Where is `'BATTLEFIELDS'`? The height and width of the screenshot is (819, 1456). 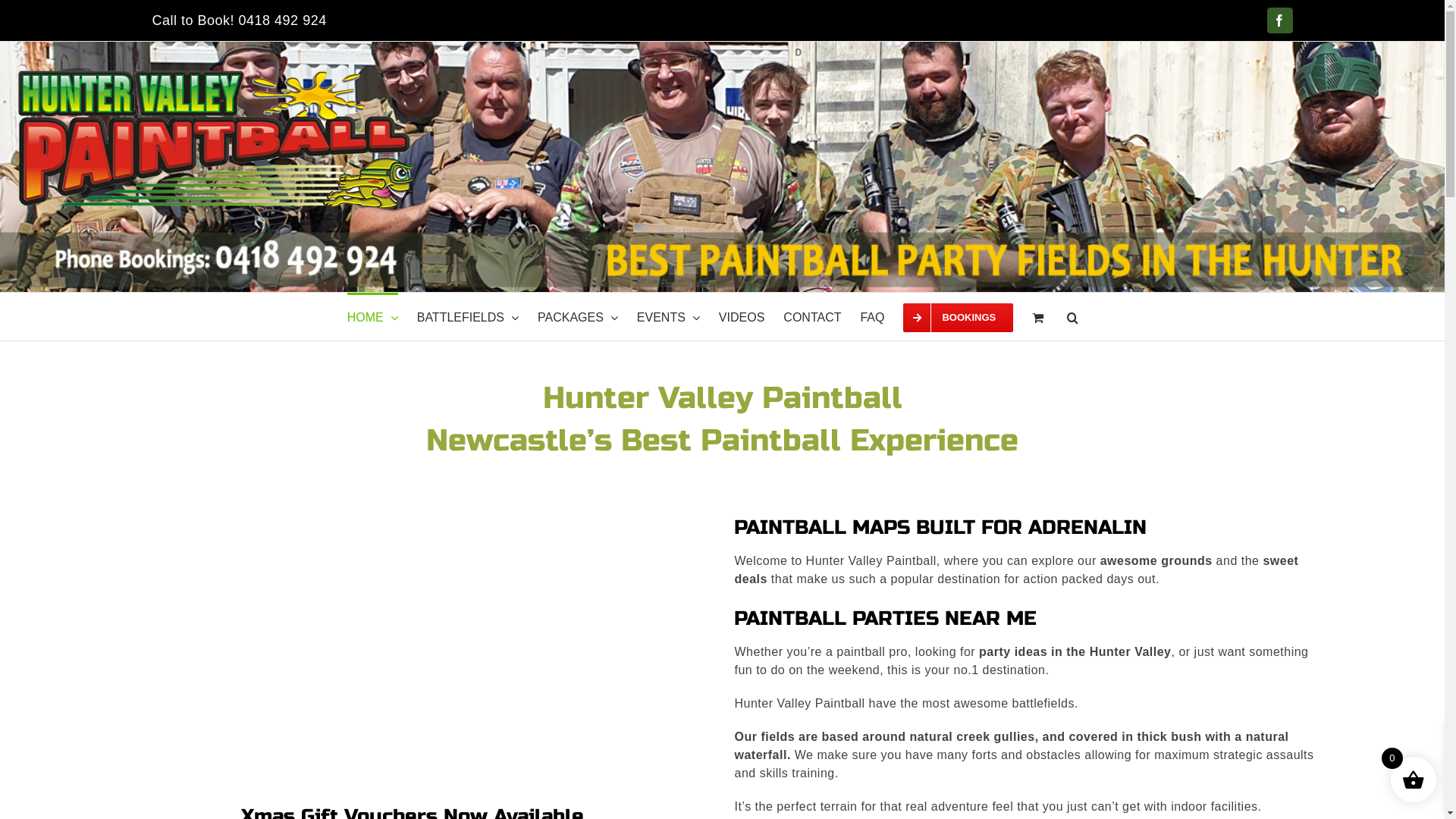
'BATTLEFIELDS' is located at coordinates (467, 315).